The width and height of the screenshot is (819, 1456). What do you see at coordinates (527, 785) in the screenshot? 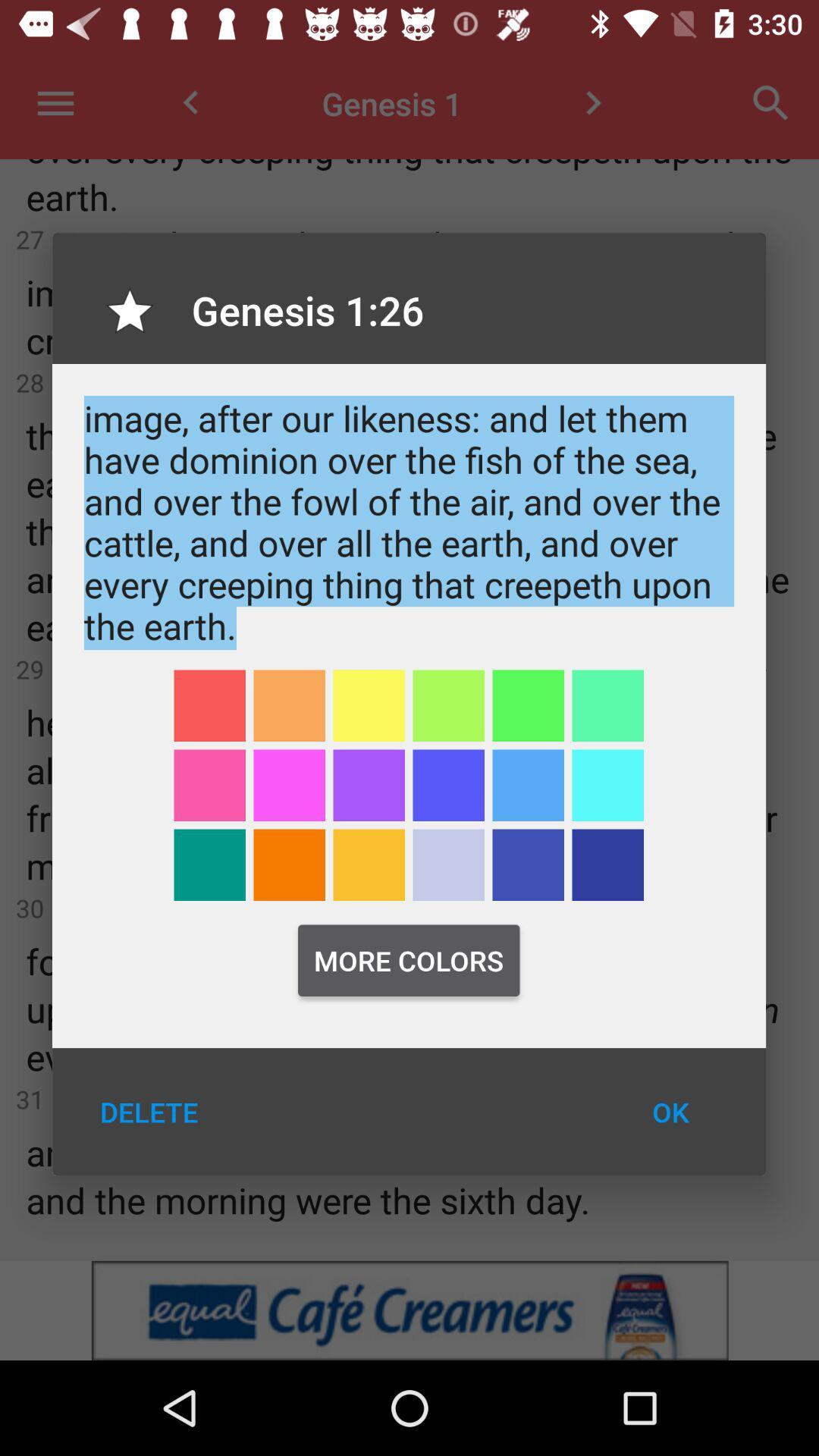
I see `pick the color` at bounding box center [527, 785].